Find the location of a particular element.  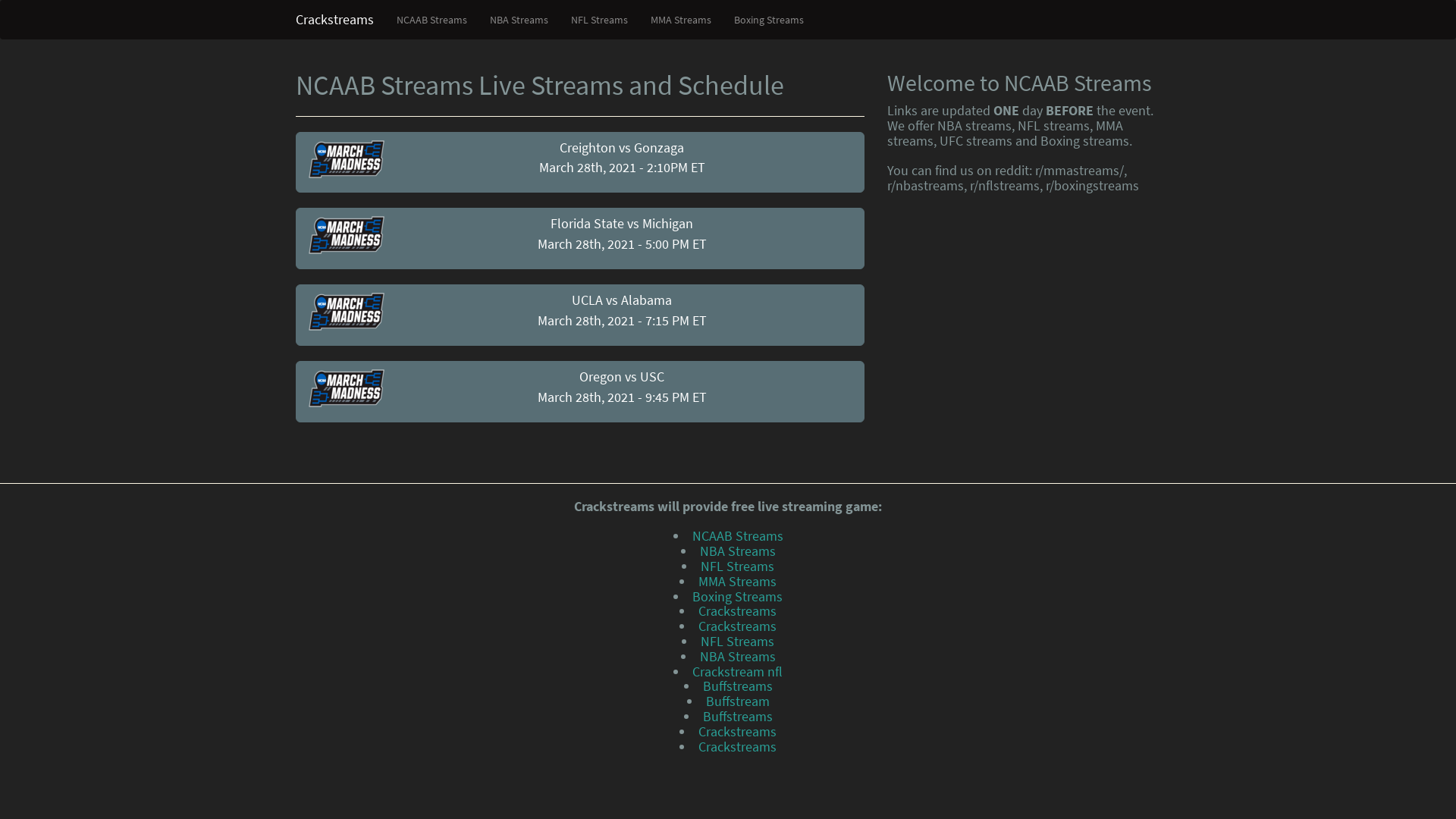

'NFL Streams' is located at coordinates (737, 566).